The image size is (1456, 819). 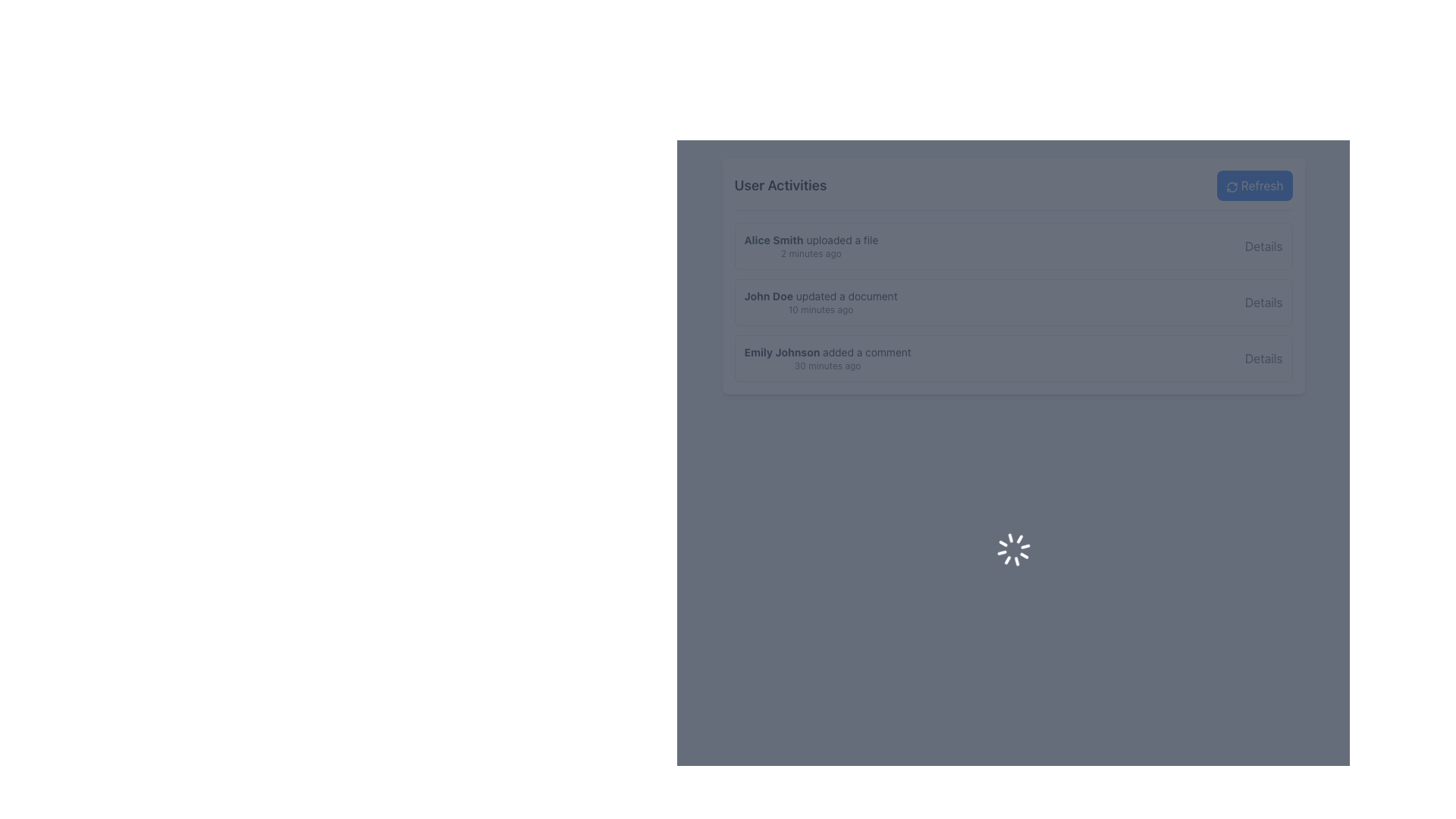 I want to click on activity details displayed in the text block showing 'Alice Smith uploaded a file 2 minutes ago' located in the 'User Activities' section, positioned to the left of the 'Details' button, so click(x=810, y=245).